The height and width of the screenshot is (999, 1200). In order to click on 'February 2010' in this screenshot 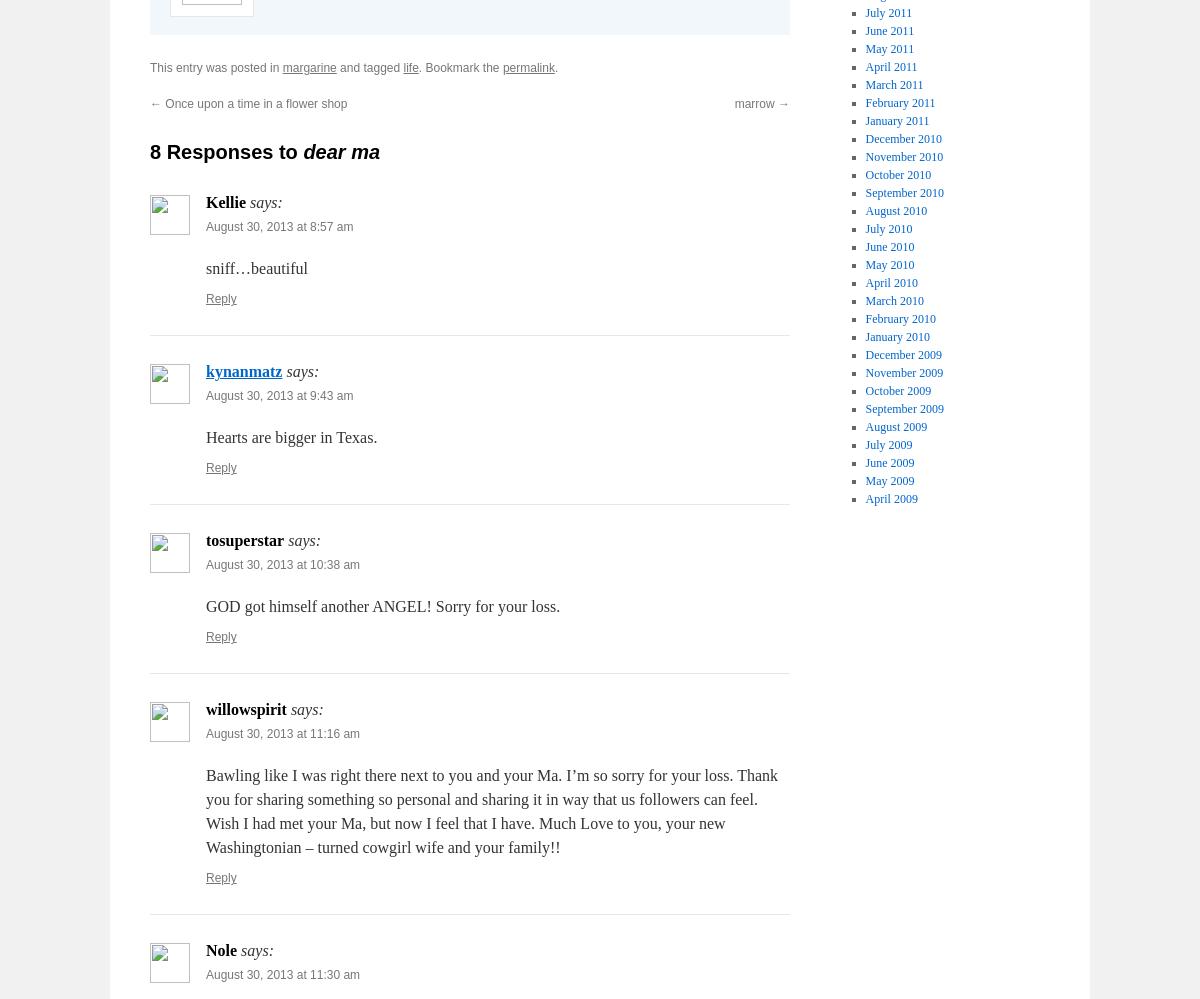, I will do `click(900, 317)`.